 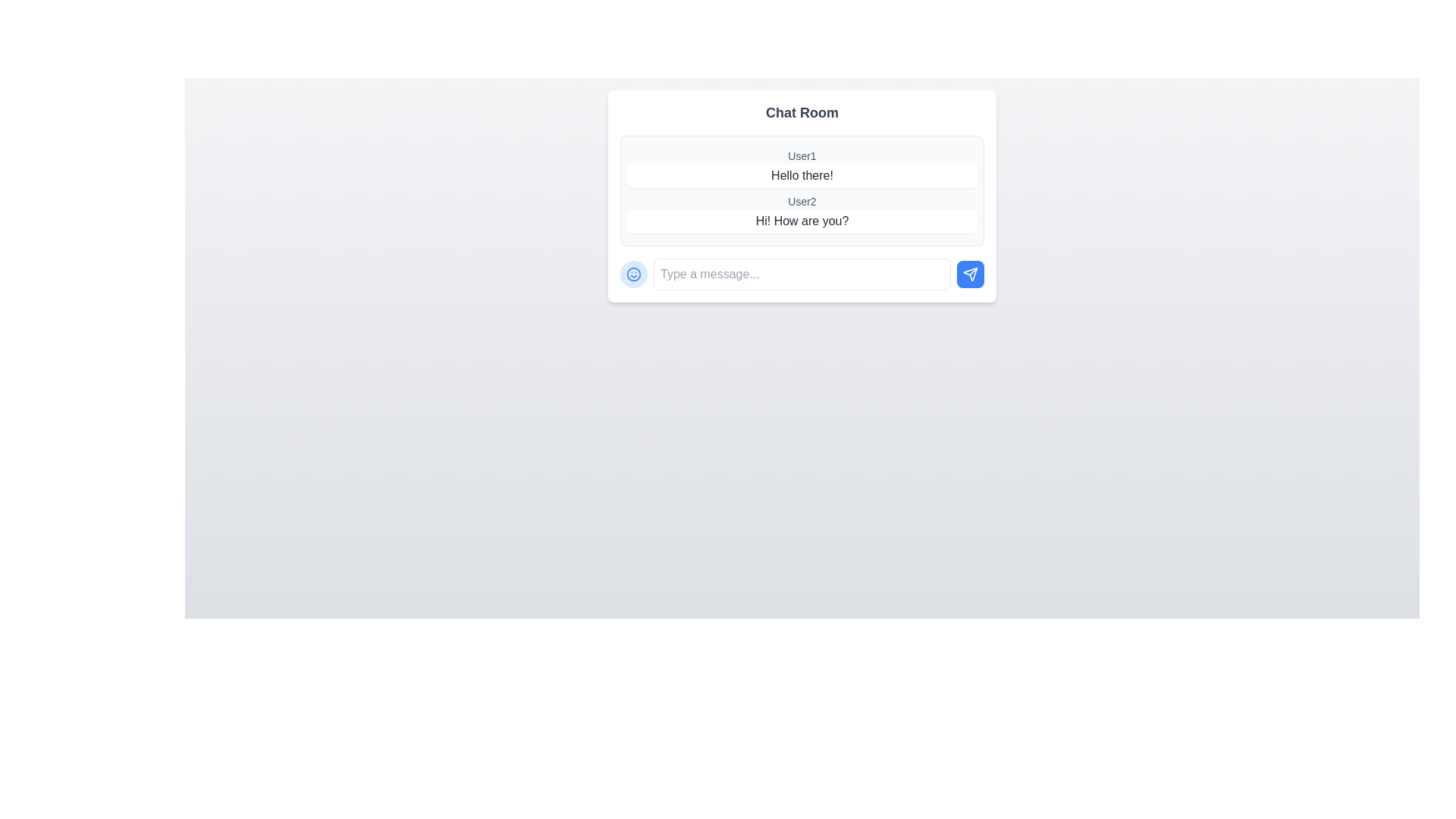 What do you see at coordinates (633, 275) in the screenshot?
I see `the small, circular blue button with a smiling face icon located at the bottom left of the chat interface` at bounding box center [633, 275].